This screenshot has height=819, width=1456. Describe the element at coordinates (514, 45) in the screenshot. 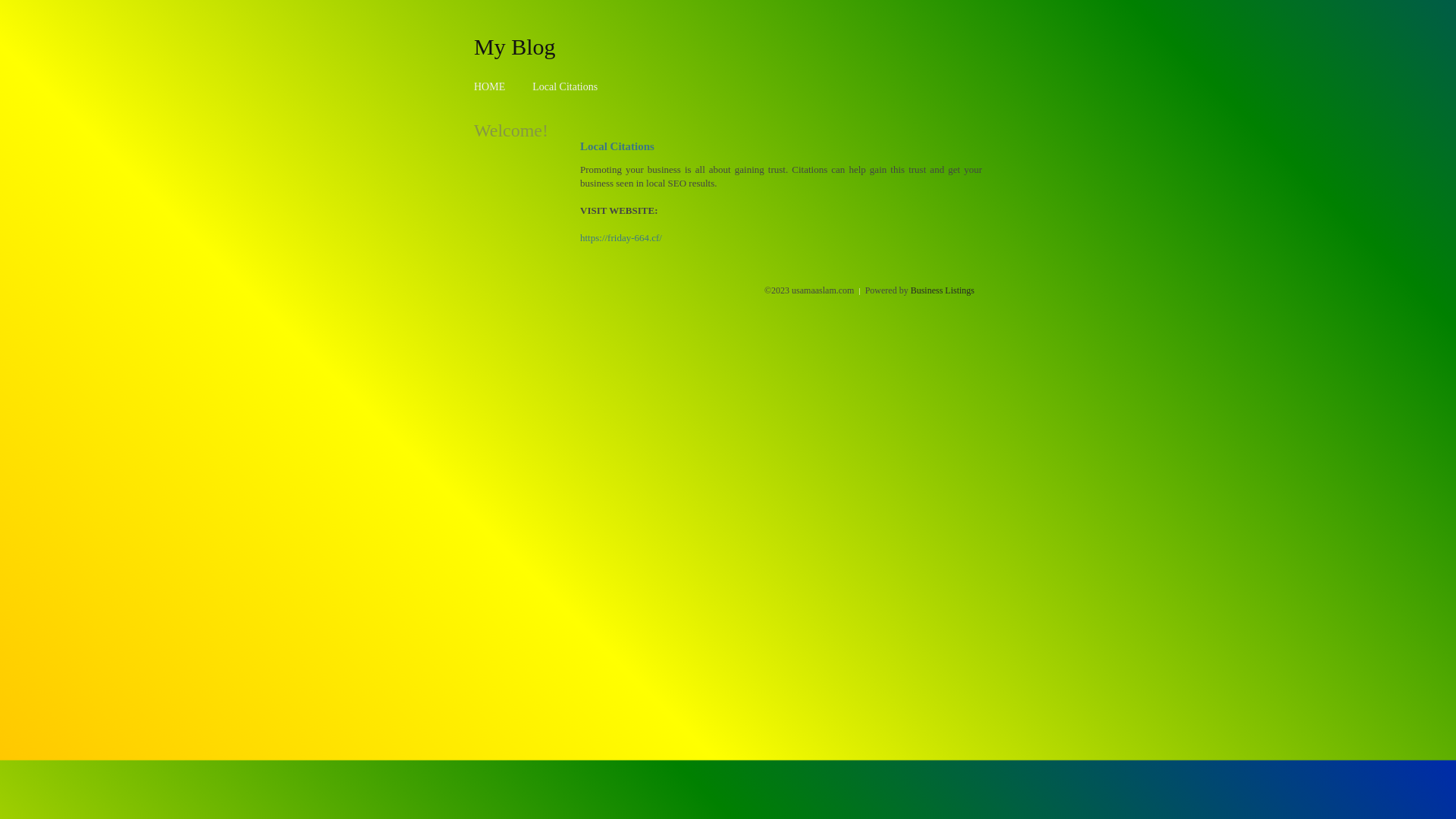

I see `'My Blog'` at that location.